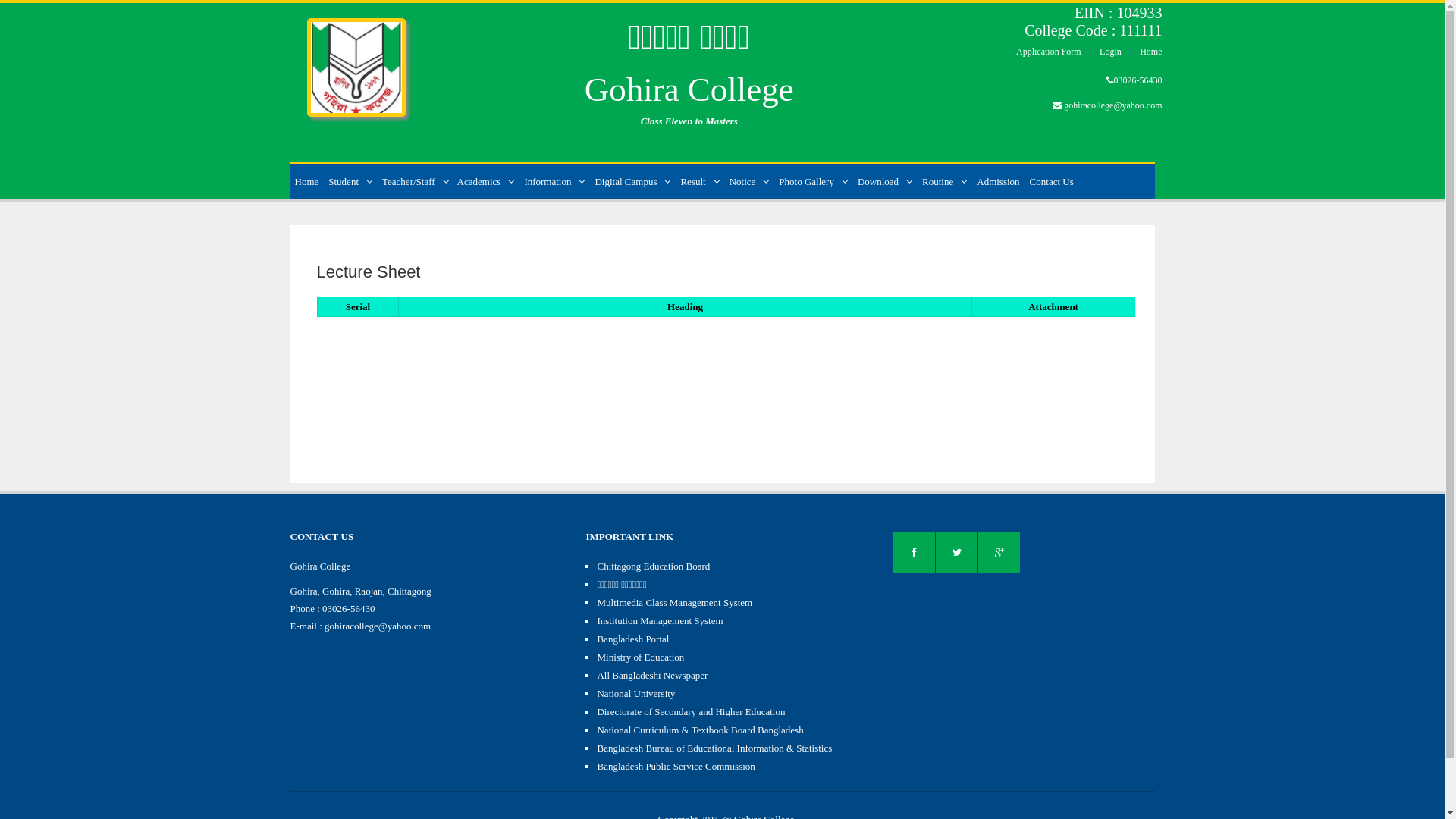  What do you see at coordinates (1110, 51) in the screenshot?
I see `'Login'` at bounding box center [1110, 51].